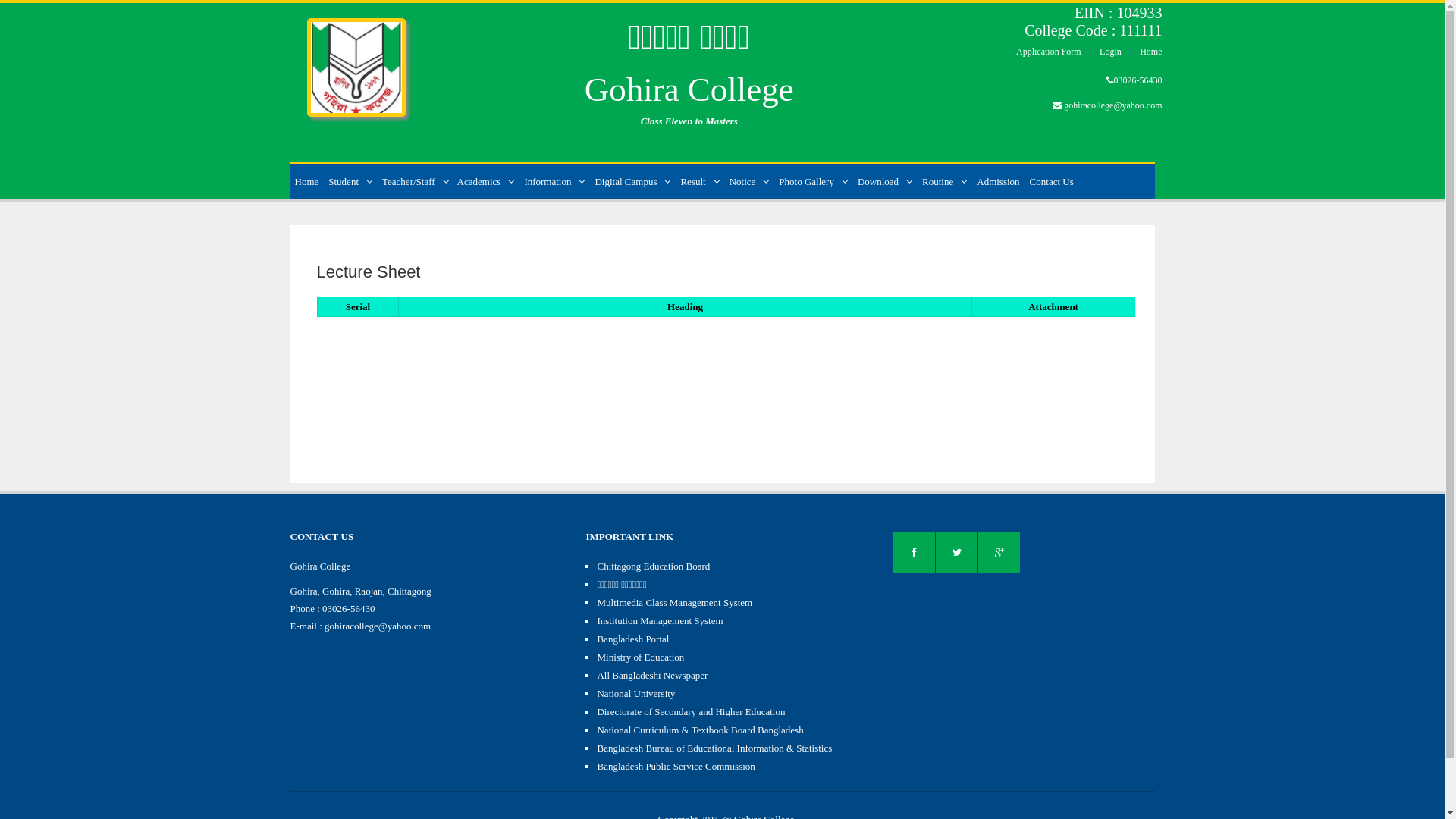  What do you see at coordinates (1110, 51) in the screenshot?
I see `'Login'` at bounding box center [1110, 51].